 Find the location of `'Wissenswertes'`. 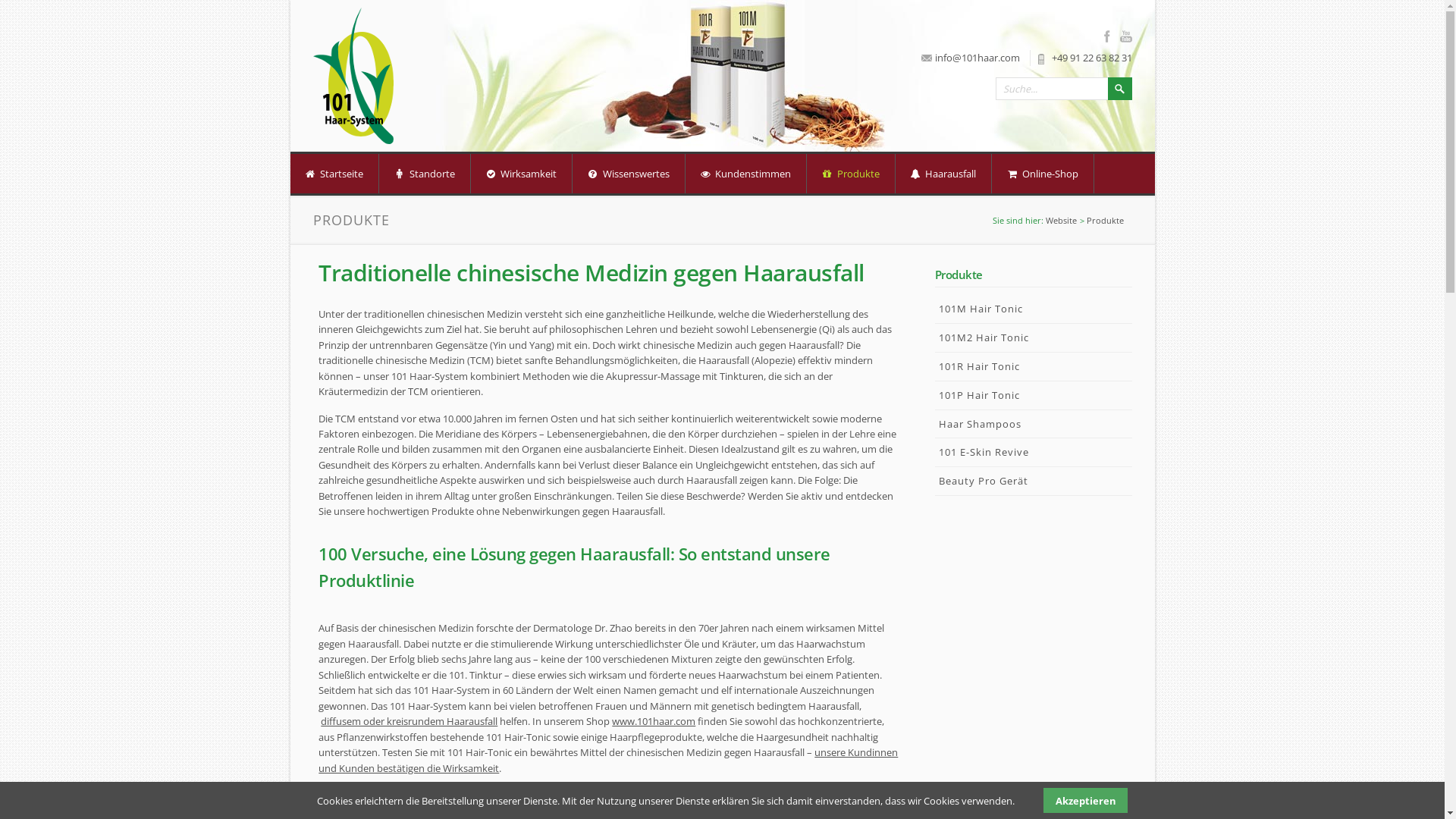

'Wissenswertes' is located at coordinates (571, 172).